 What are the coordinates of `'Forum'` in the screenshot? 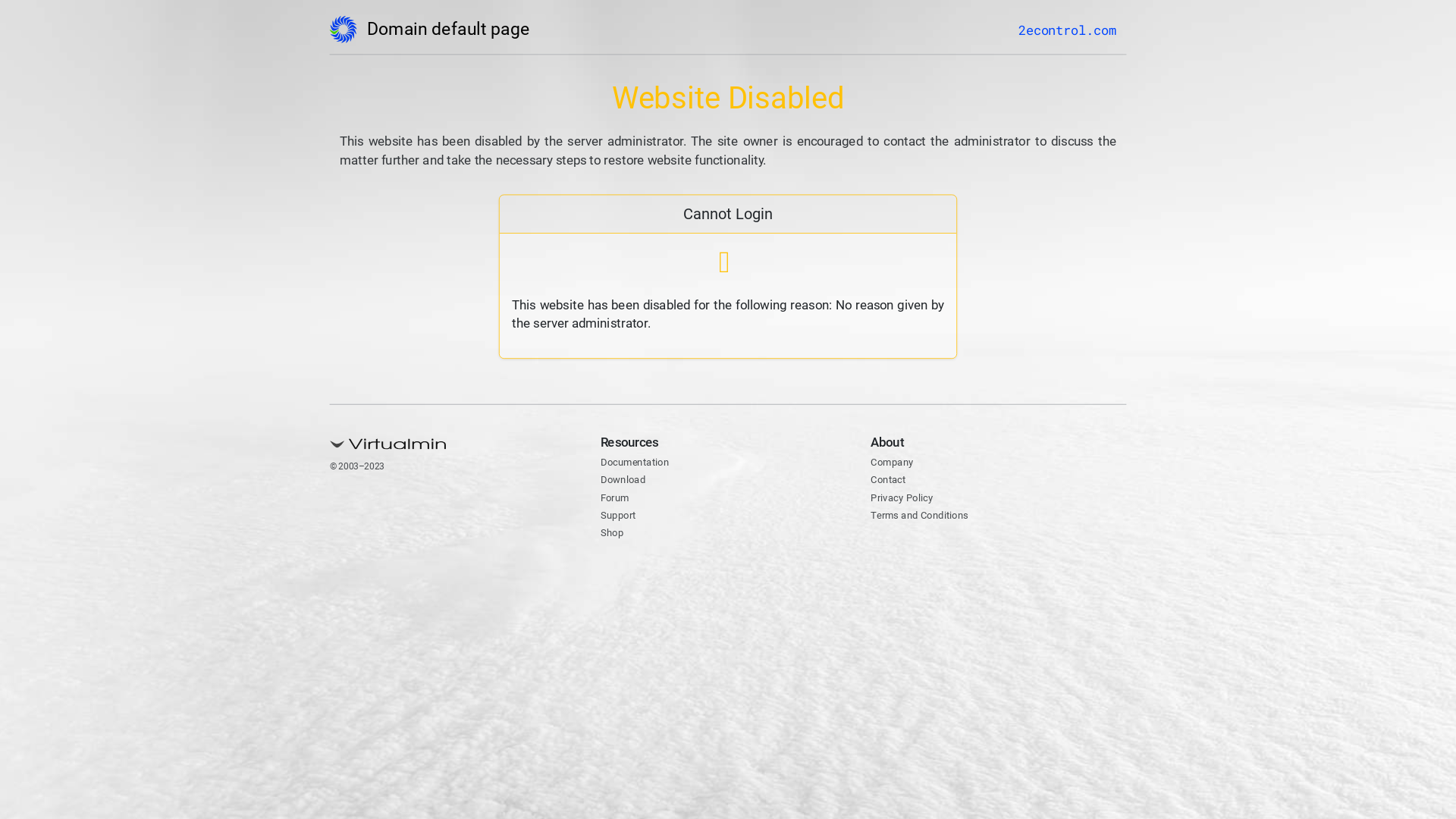 It's located at (618, 498).